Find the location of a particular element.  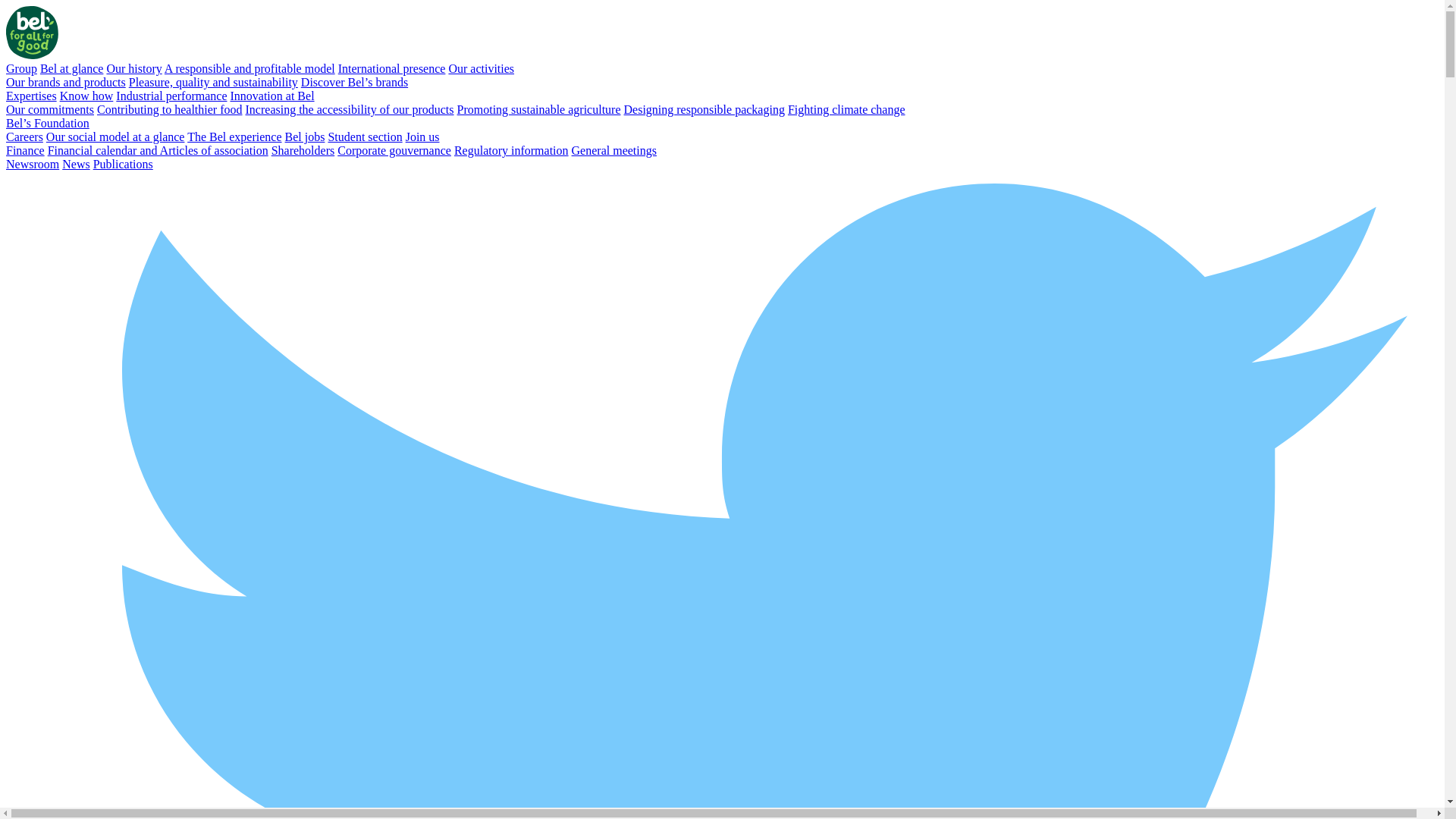

'Industrial performance' is located at coordinates (171, 96).